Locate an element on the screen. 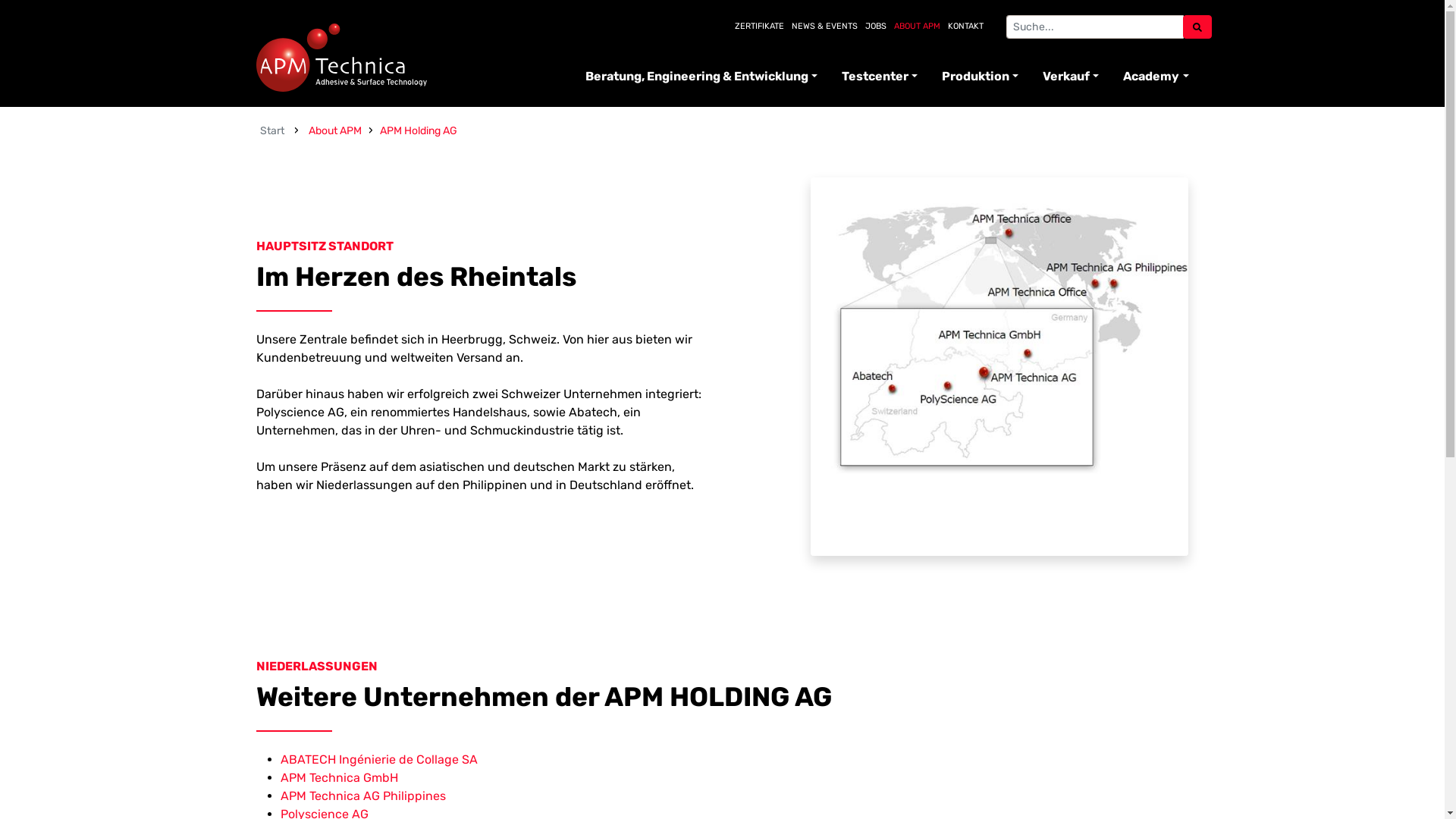  'NEWS & EVENTS' is located at coordinates (824, 26).